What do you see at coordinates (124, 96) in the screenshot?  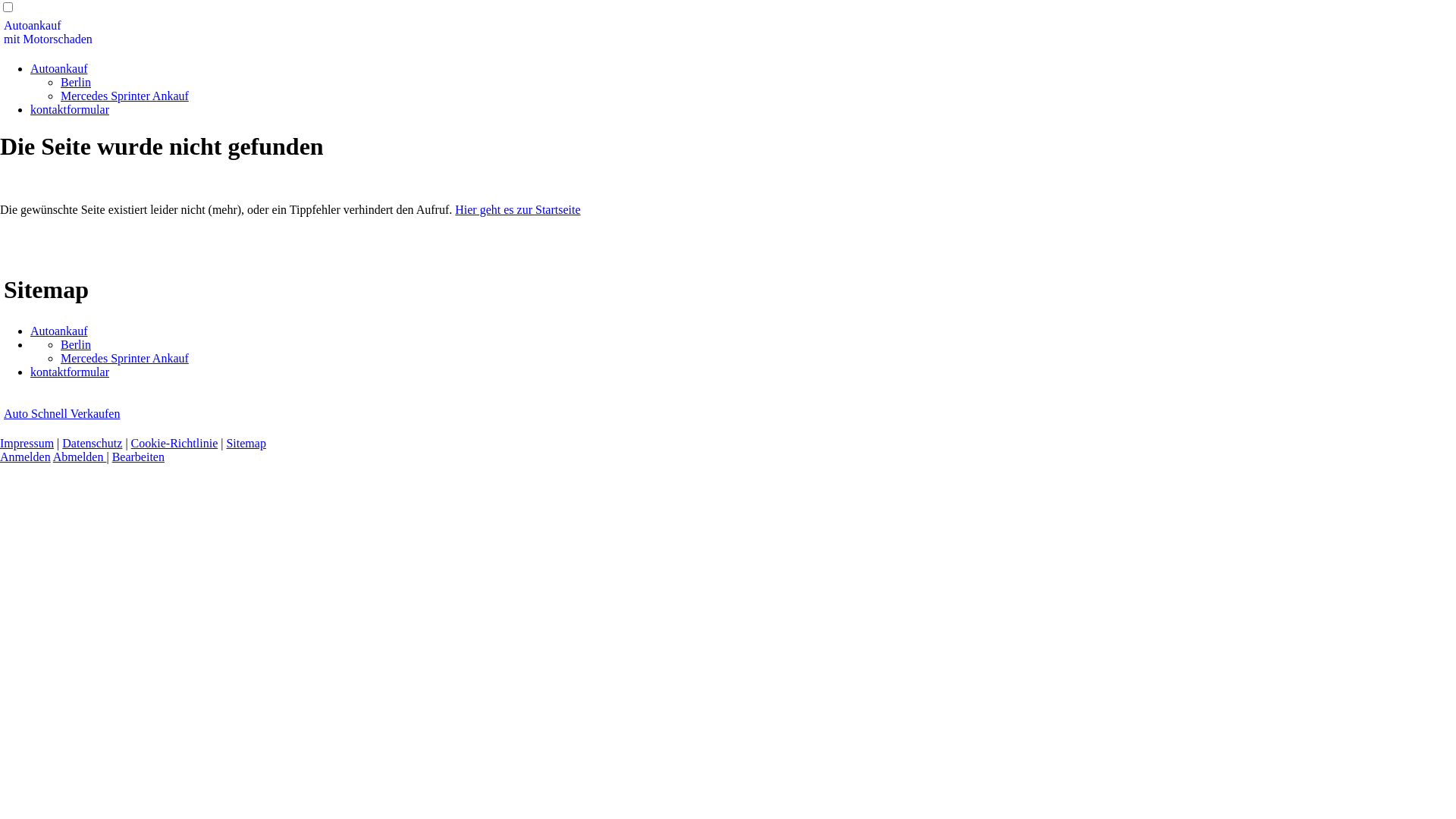 I see `'Mercedes Sprinter Ankauf'` at bounding box center [124, 96].